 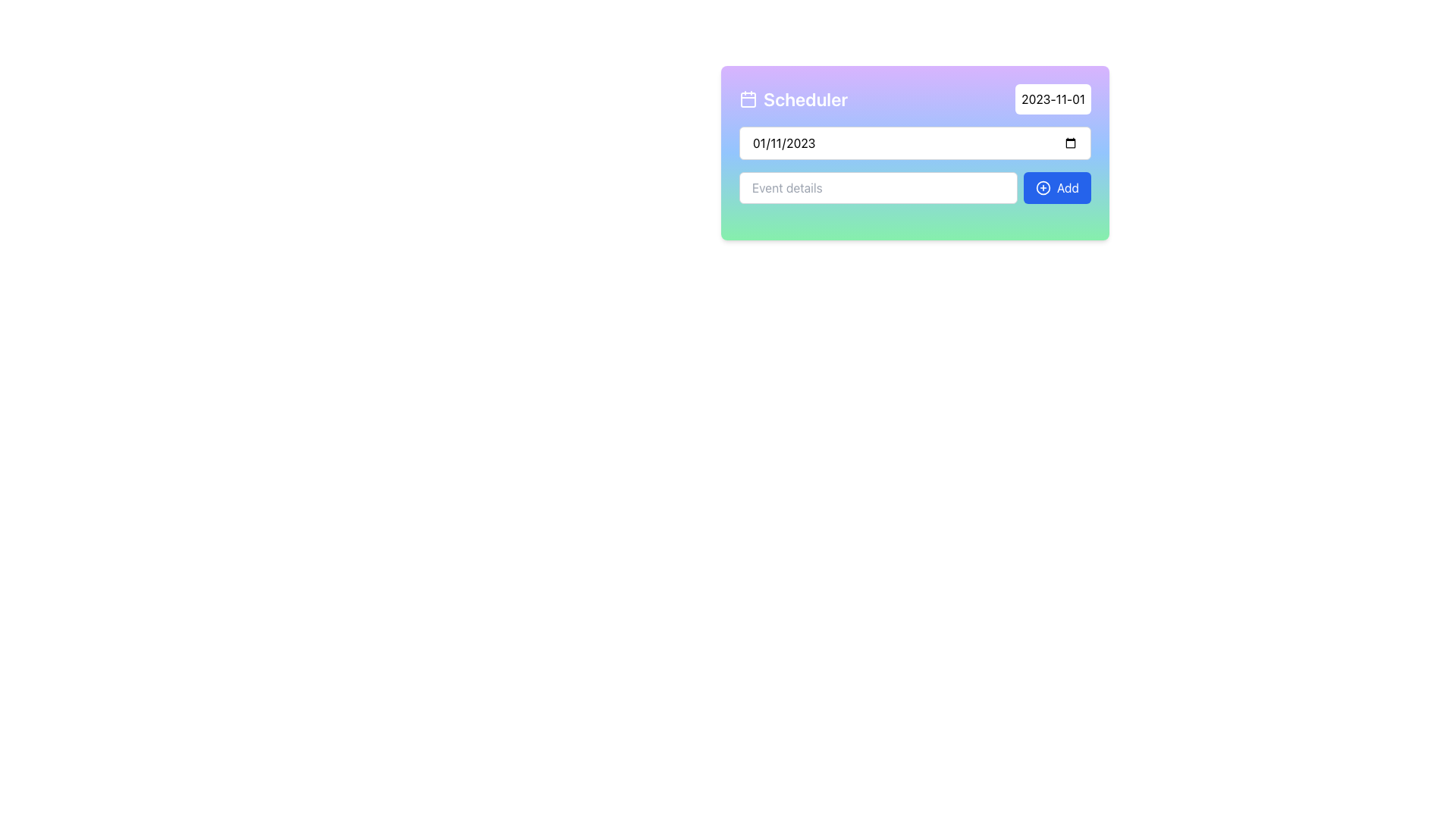 I want to click on the circular icon that is part of the 'Add' button, located directly left of the 'Add' text in the bottom-right of the gradient background scheduler interface, so click(x=1043, y=187).